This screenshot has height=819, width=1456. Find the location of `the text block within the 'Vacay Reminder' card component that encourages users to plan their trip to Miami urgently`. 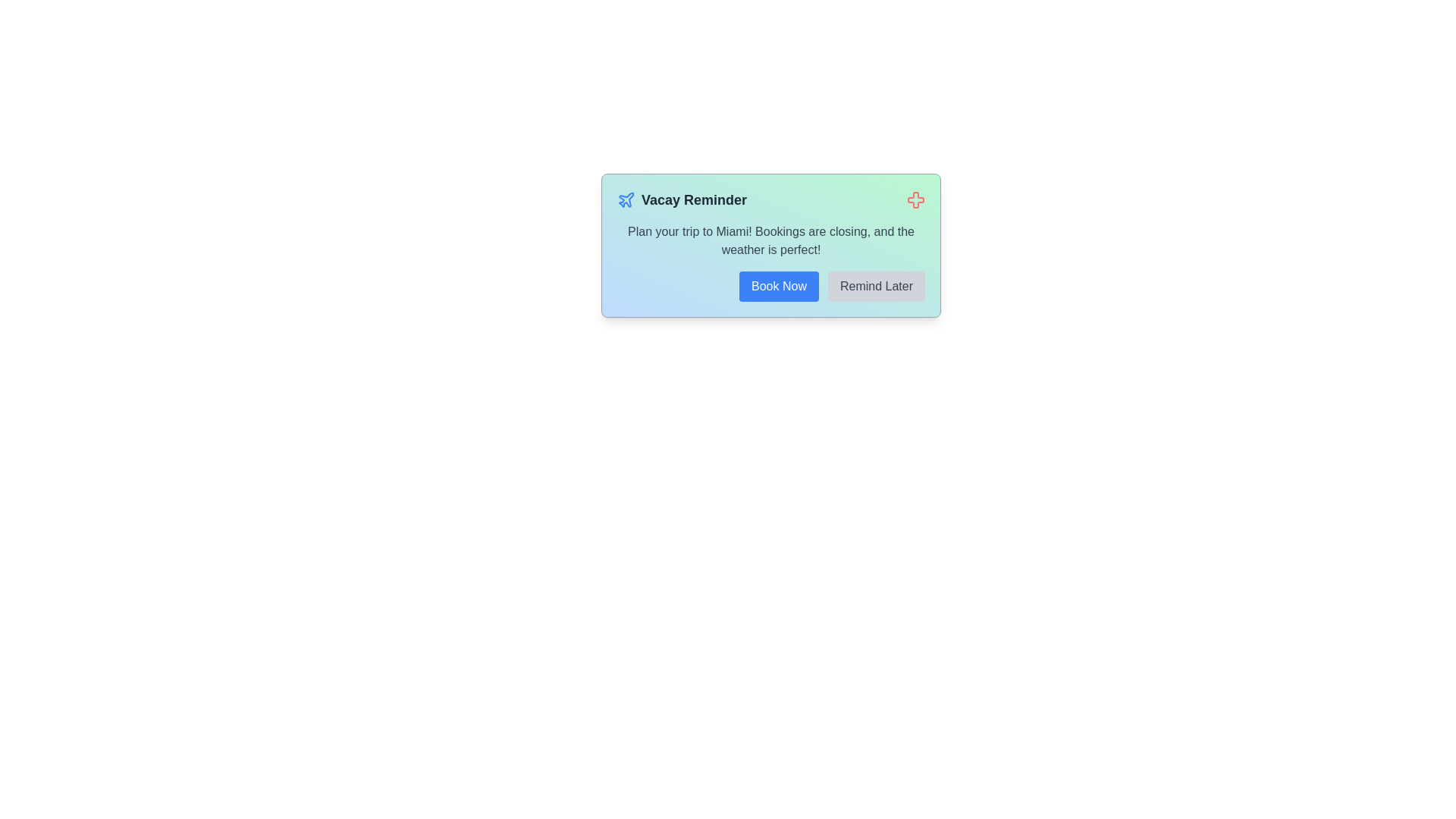

the text block within the 'Vacay Reminder' card component that encourages users to plan their trip to Miami urgently is located at coordinates (771, 240).